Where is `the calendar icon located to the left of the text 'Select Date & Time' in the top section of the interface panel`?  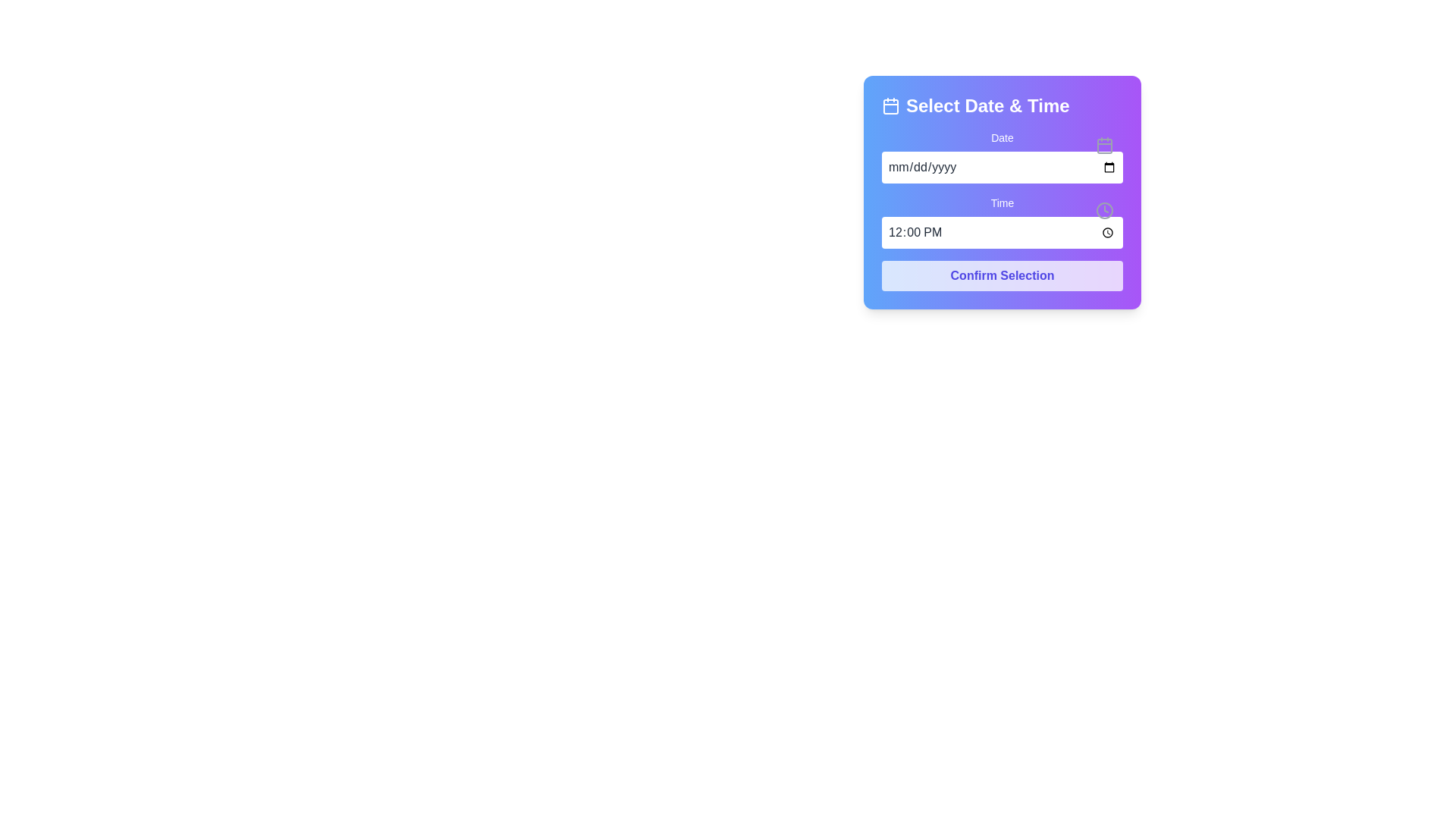 the calendar icon located to the left of the text 'Select Date & Time' in the top section of the interface panel is located at coordinates (891, 105).